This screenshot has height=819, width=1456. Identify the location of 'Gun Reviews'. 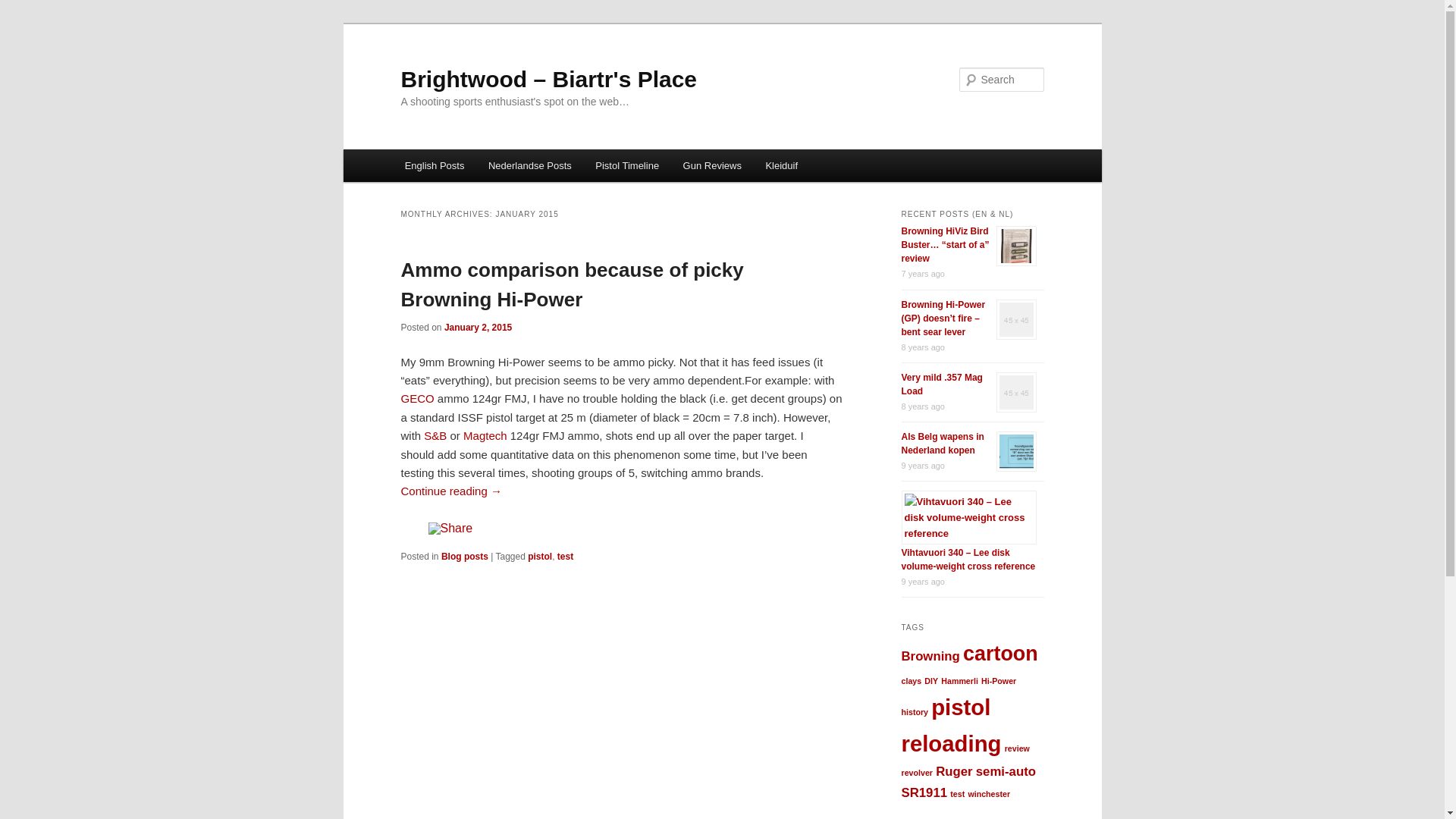
(711, 165).